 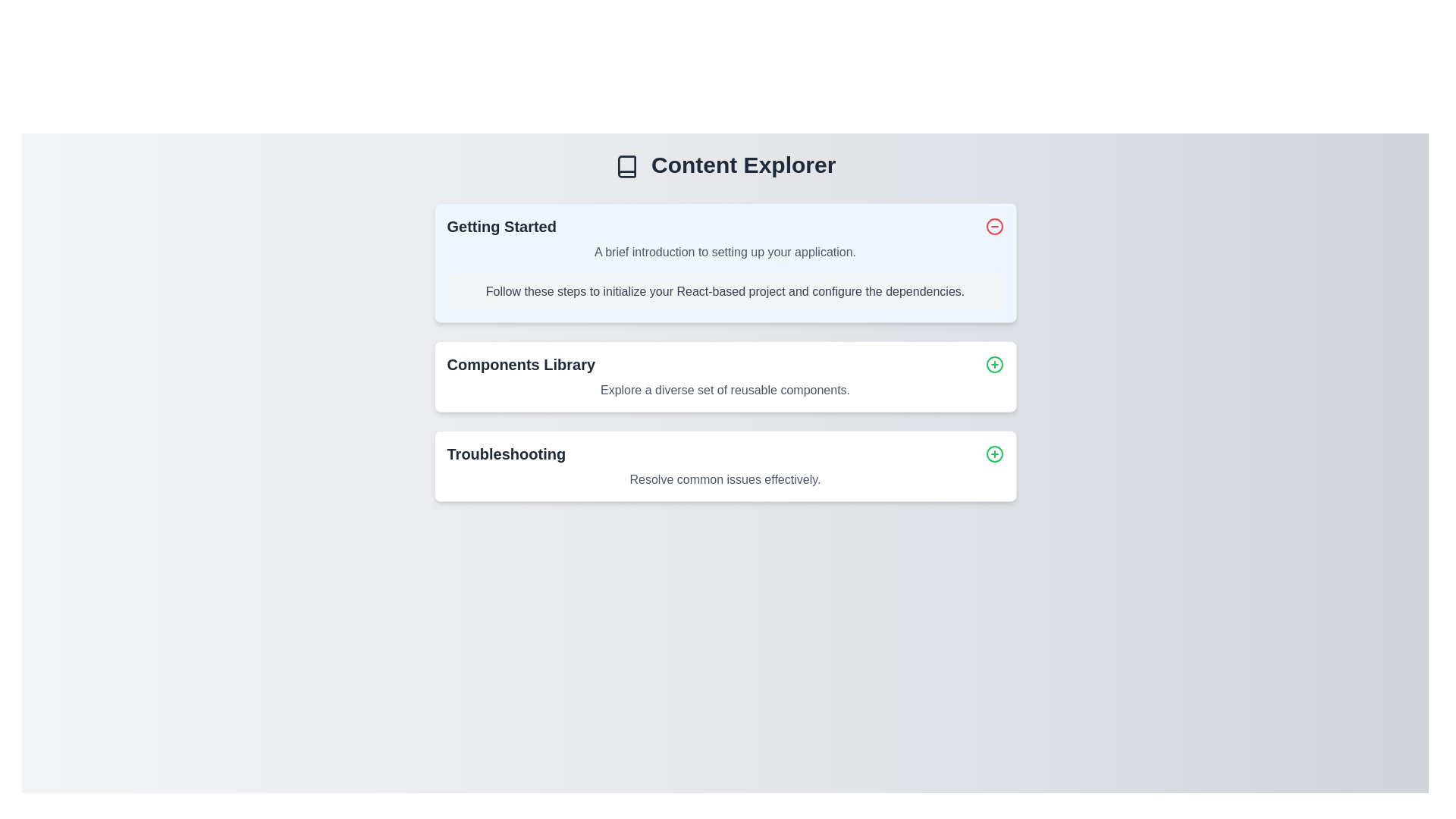 What do you see at coordinates (994, 227) in the screenshot?
I see `the circular red-bordered button with a minus sign located on the far right of the 'Getting Started' section header` at bounding box center [994, 227].